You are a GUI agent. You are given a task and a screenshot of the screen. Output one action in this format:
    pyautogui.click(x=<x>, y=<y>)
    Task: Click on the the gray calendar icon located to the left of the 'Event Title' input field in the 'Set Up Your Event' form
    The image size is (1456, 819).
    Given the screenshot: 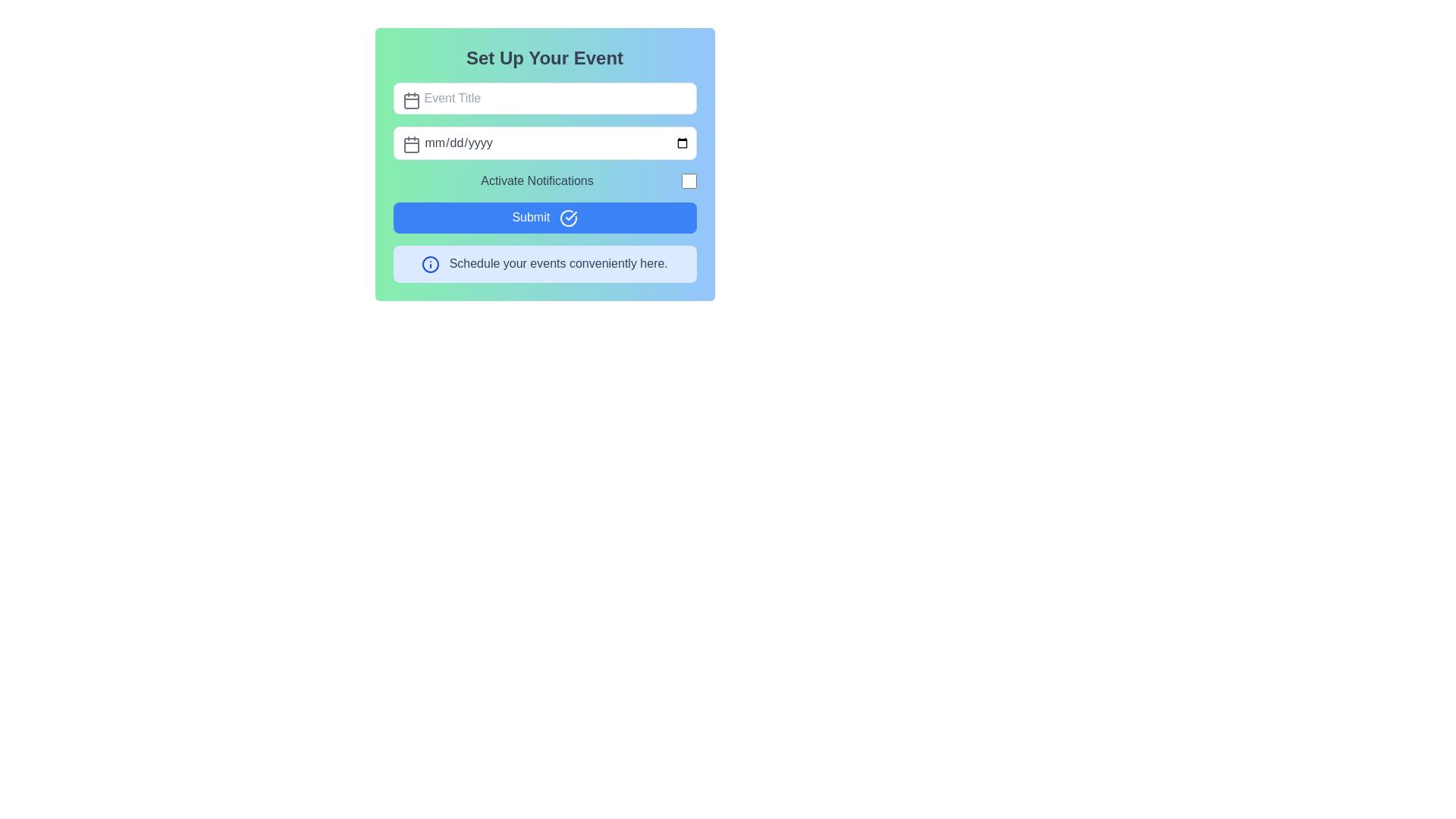 What is the action you would take?
    pyautogui.click(x=411, y=100)
    